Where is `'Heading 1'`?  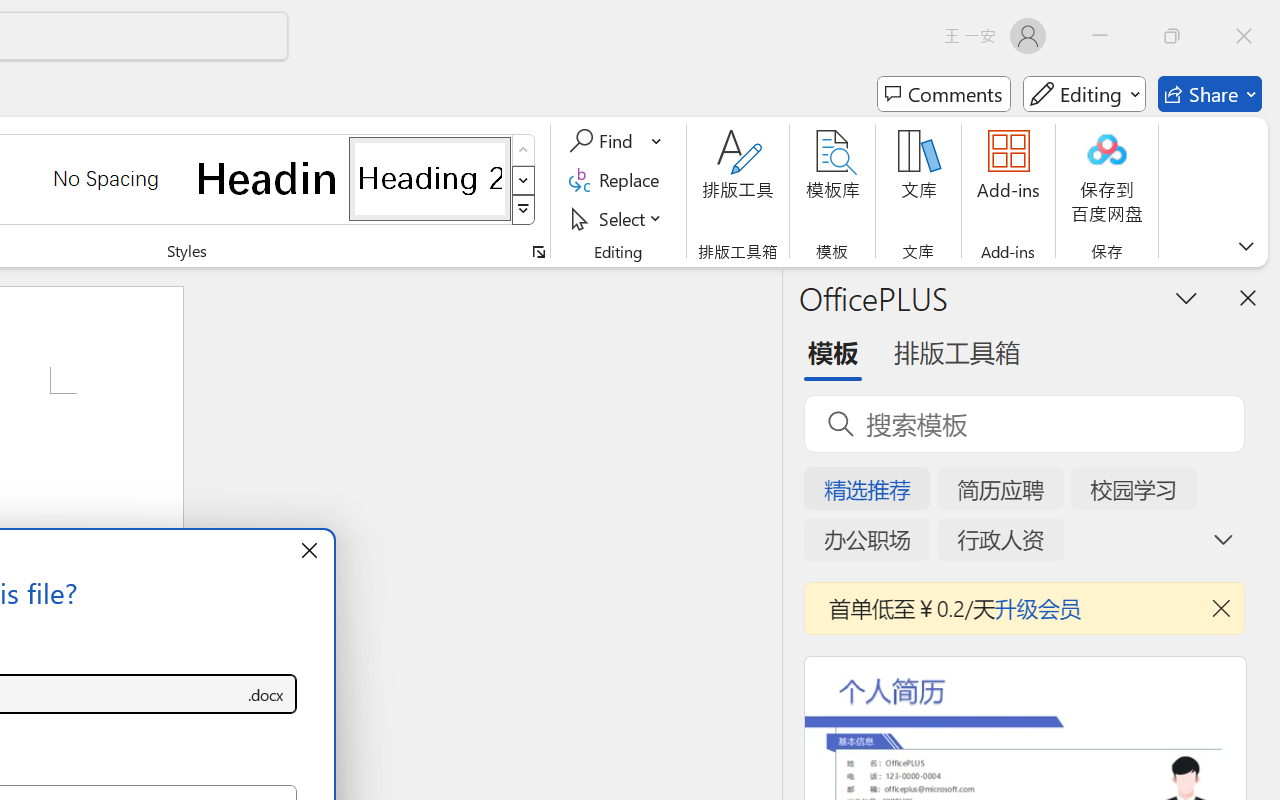 'Heading 1' is located at coordinates (267, 177).